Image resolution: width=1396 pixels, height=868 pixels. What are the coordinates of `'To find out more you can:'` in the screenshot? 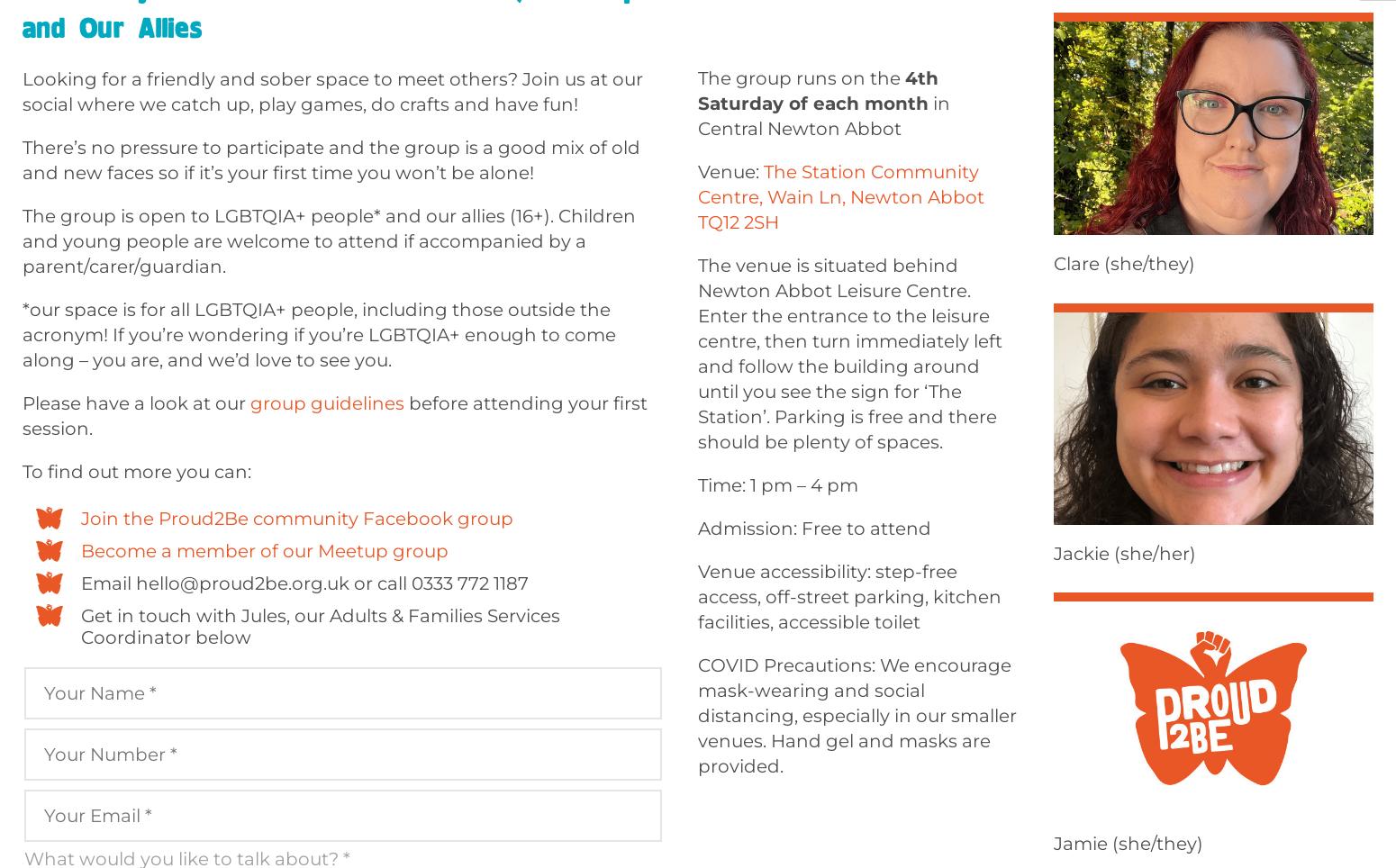 It's located at (137, 472).